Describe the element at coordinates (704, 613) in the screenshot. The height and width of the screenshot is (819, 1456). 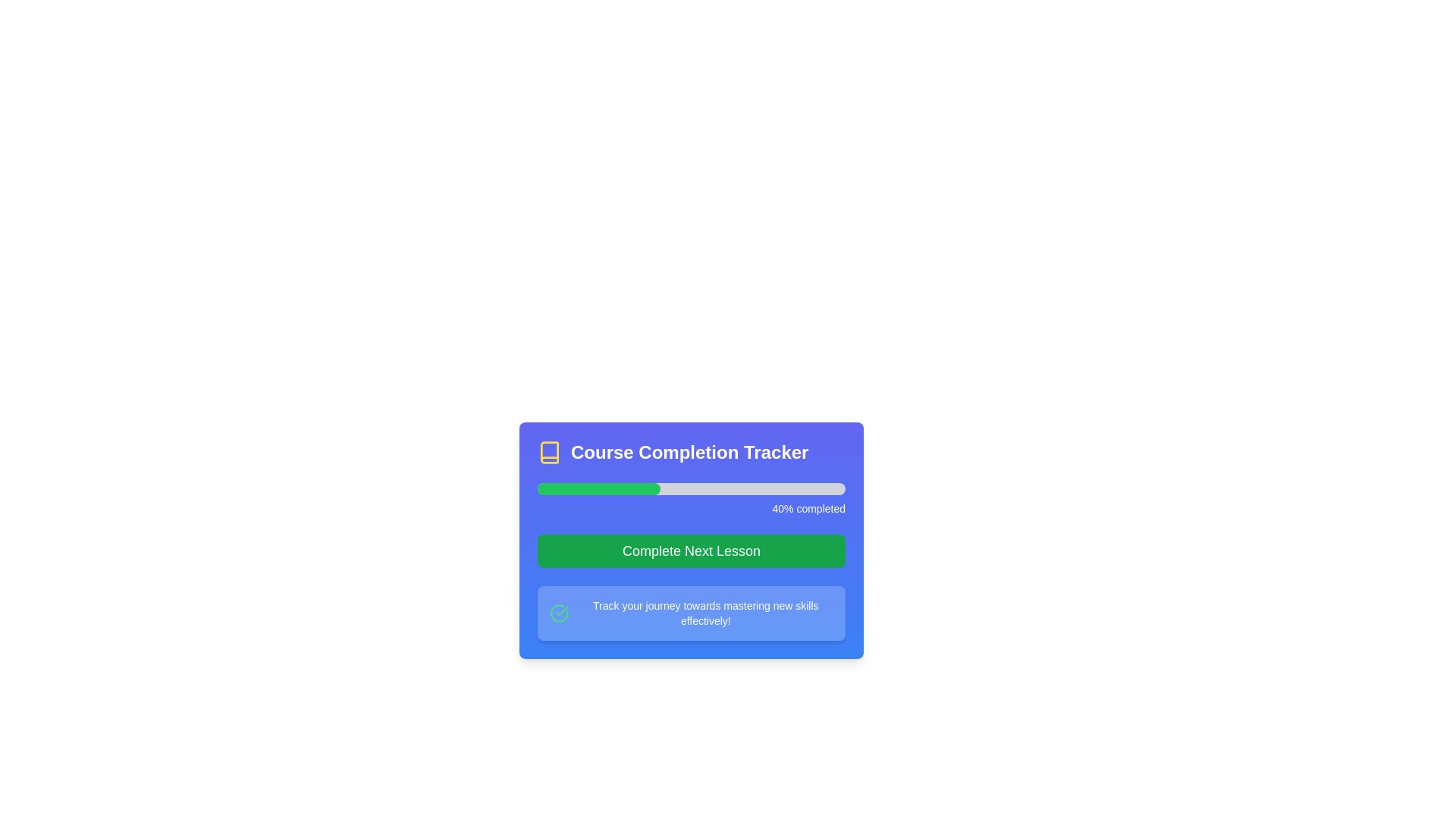
I see `the text label displaying 'Track your journey towards mastering new skills effectively!' located at the bottom of the interface, to the right of a green circular icon with a checkmark` at that location.